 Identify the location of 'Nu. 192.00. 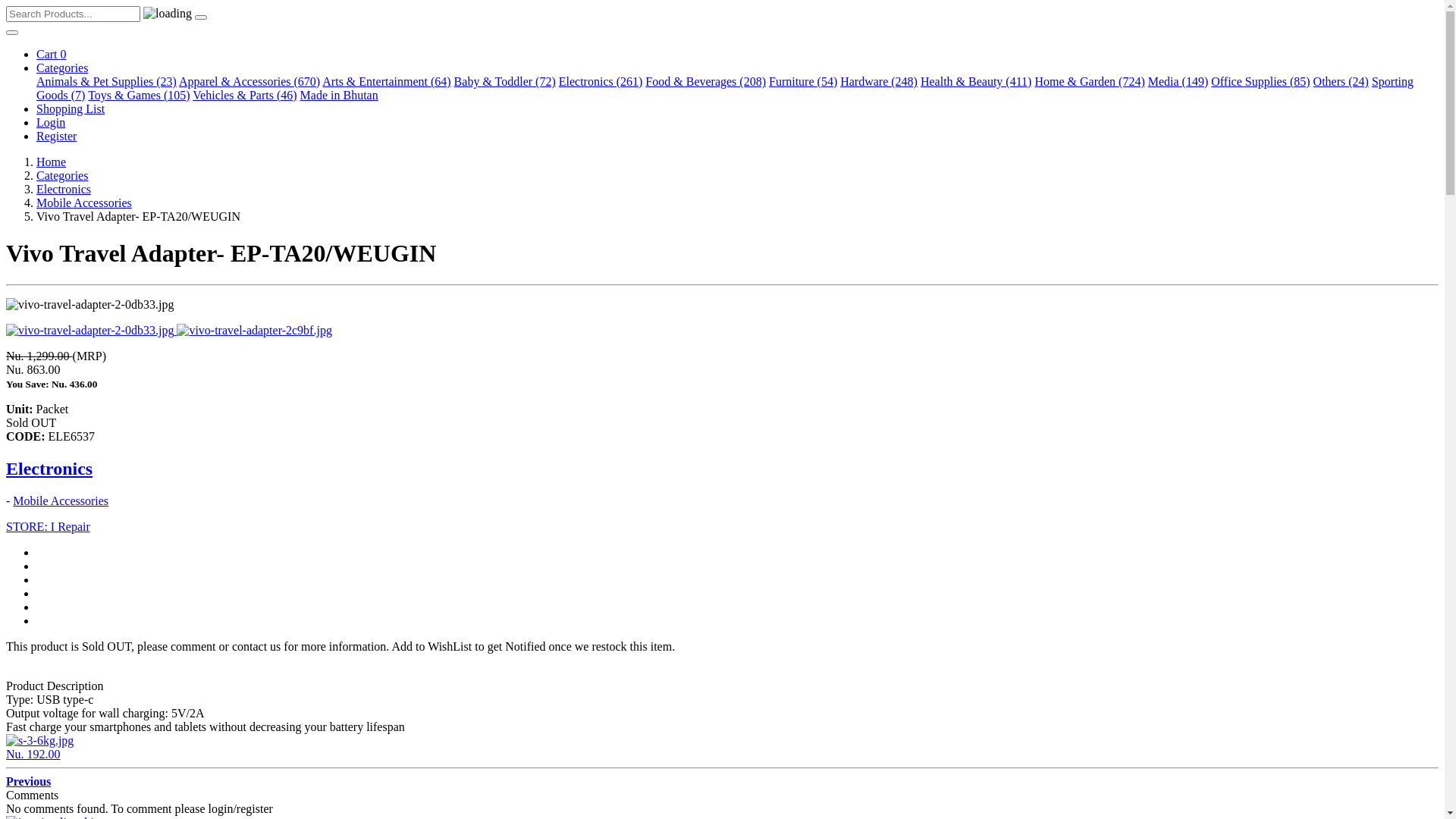
(721, 761).